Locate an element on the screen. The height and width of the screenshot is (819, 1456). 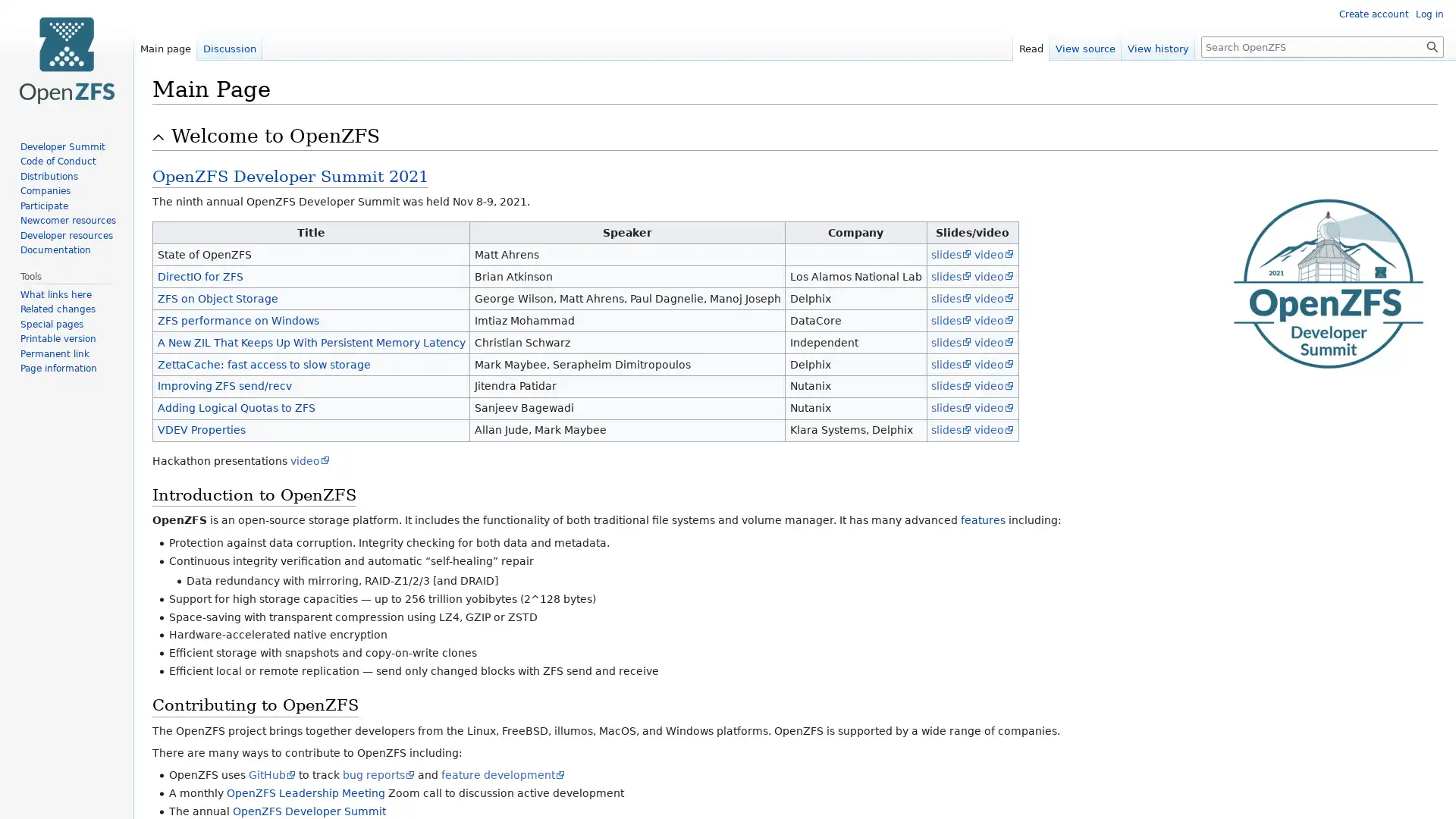
Go is located at coordinates (1432, 45).